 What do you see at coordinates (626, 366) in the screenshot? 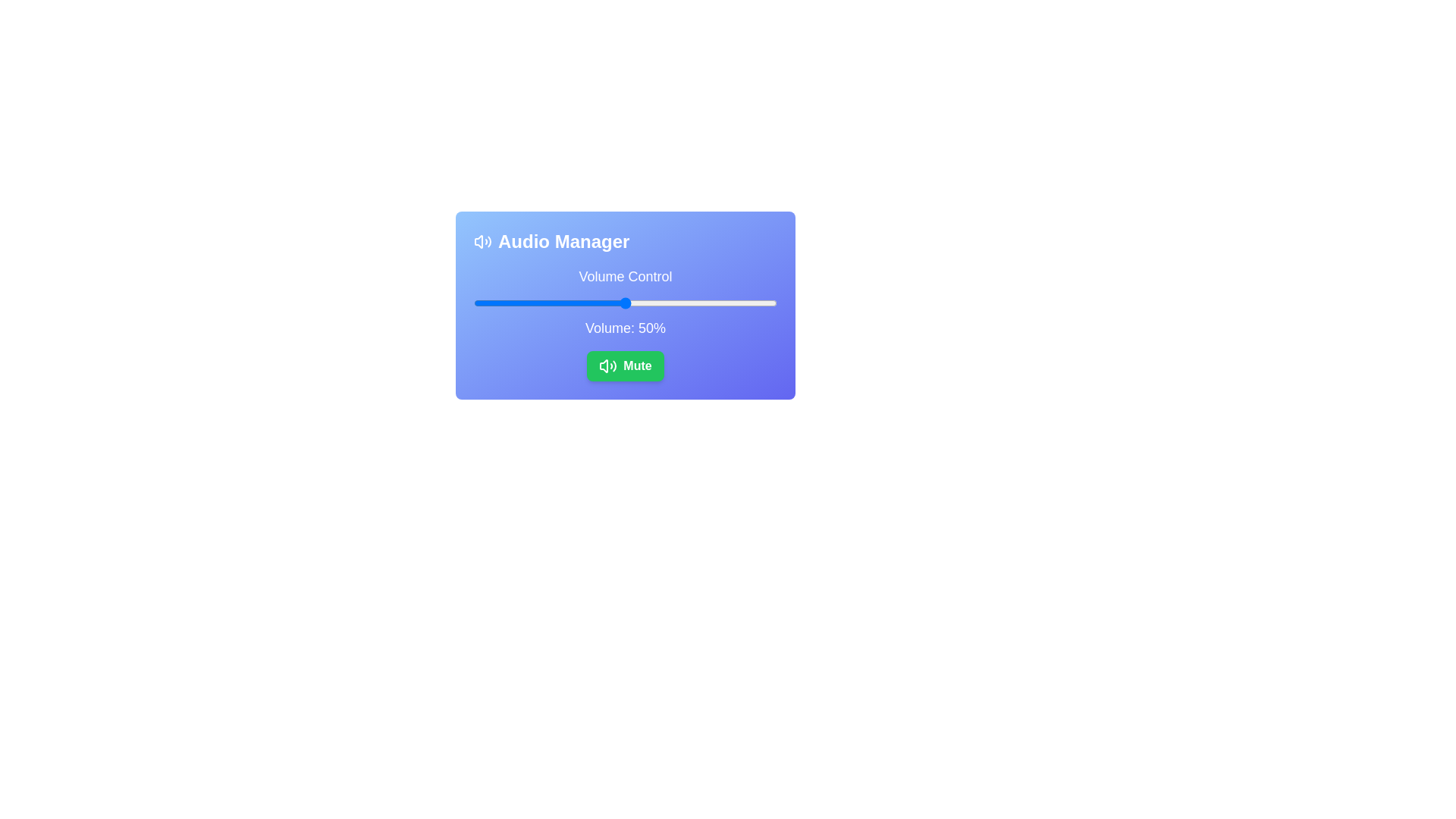
I see `the 'Mute' button to toggle the mute state` at bounding box center [626, 366].